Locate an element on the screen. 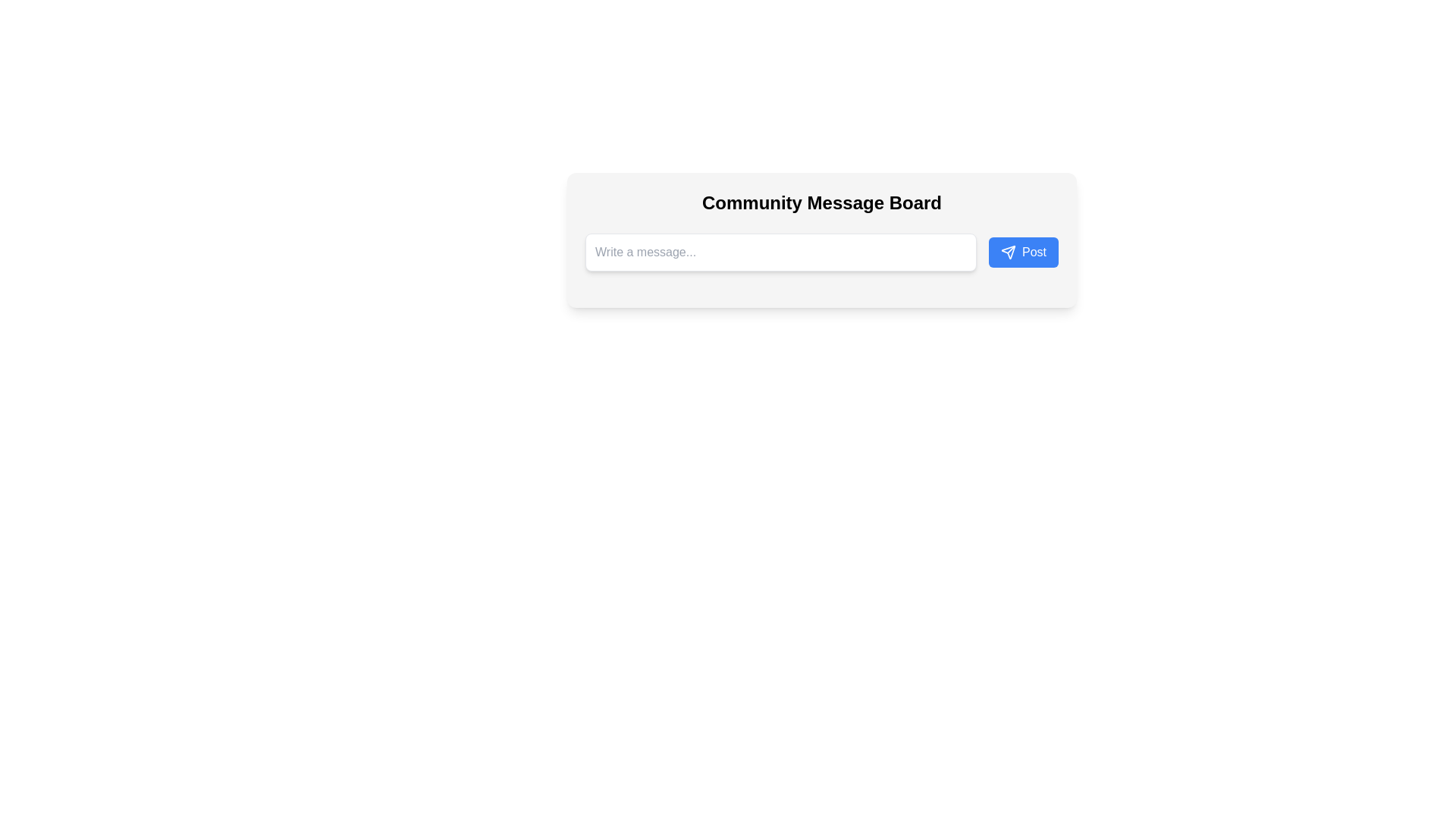 This screenshot has width=1456, height=819. the paper plane icon located on the right side of the 'Write a message...' input field, slightly to the left of the 'Post' text is located at coordinates (1008, 251).